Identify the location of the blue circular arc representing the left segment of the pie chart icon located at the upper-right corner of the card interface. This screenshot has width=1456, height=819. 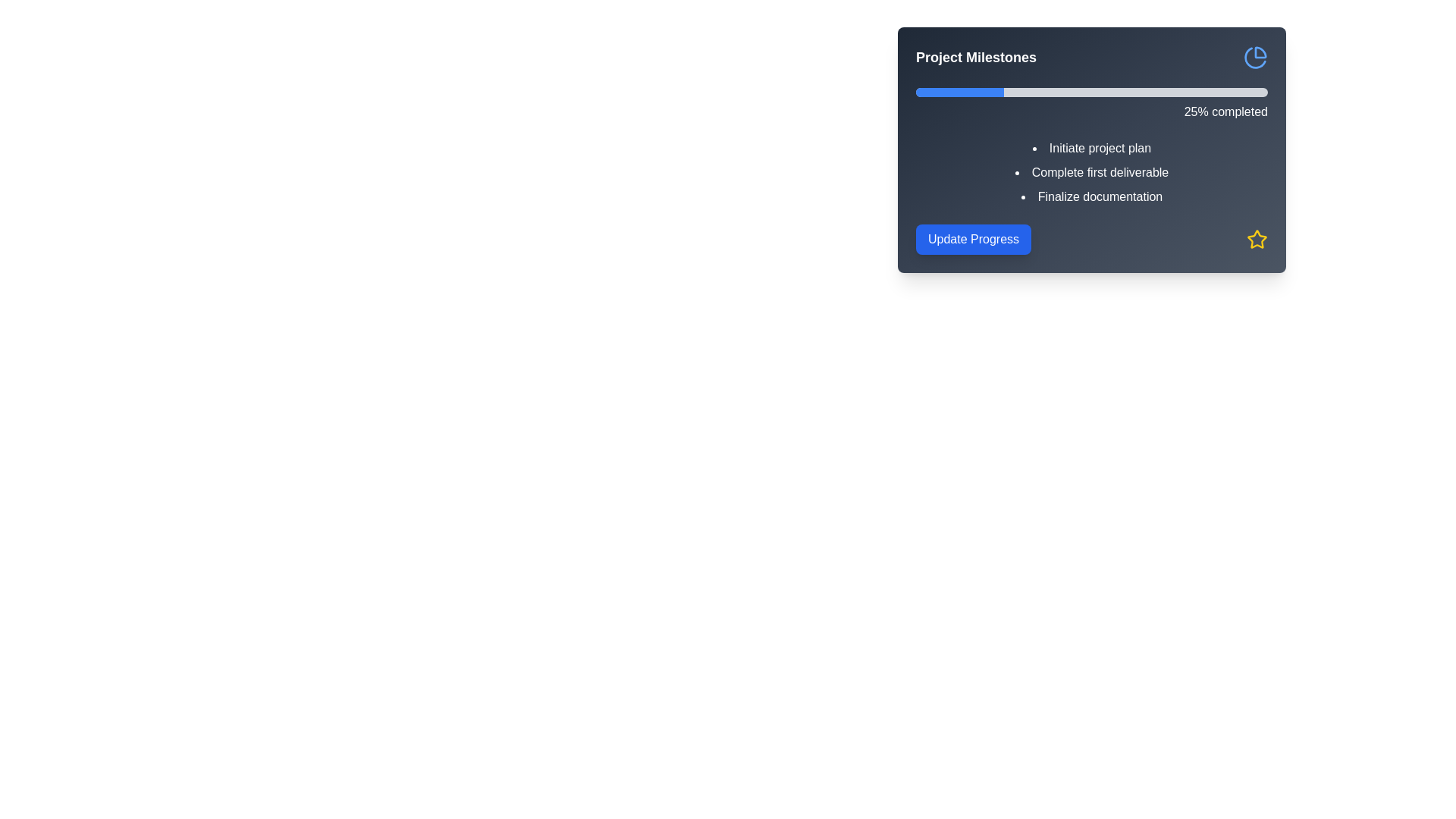
(1260, 52).